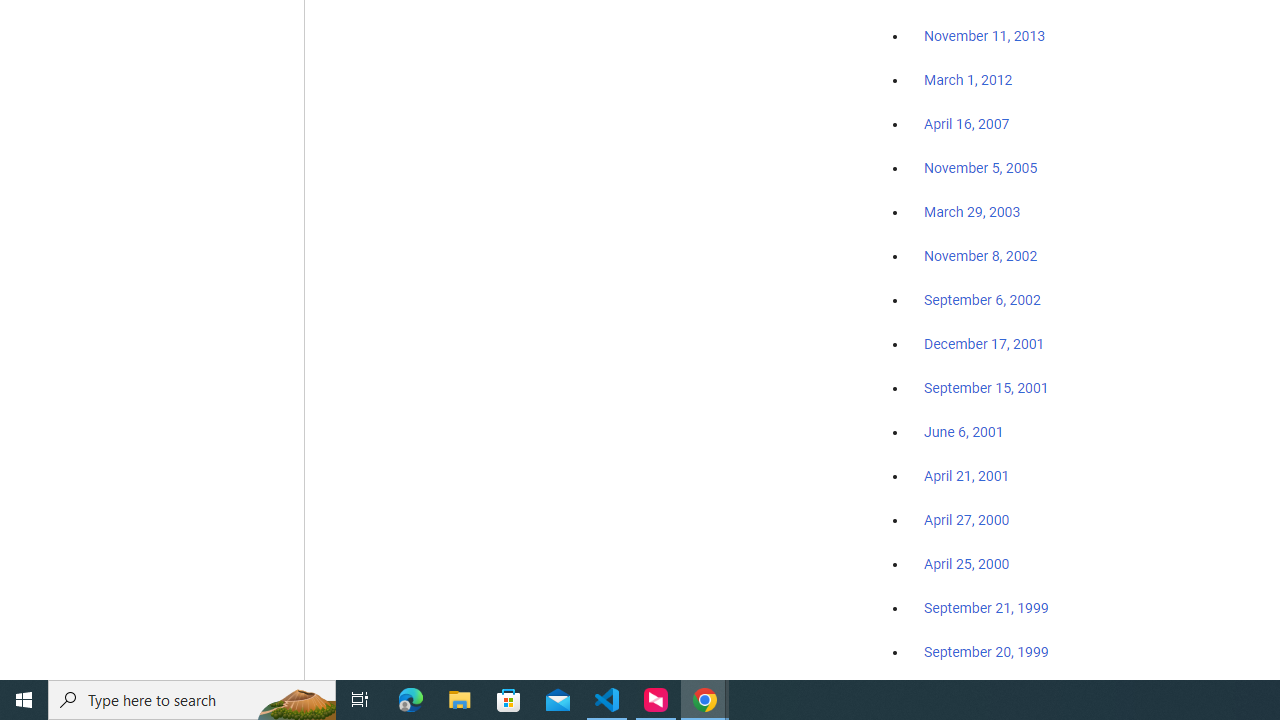  Describe the element at coordinates (986, 651) in the screenshot. I see `'September 20, 1999'` at that location.